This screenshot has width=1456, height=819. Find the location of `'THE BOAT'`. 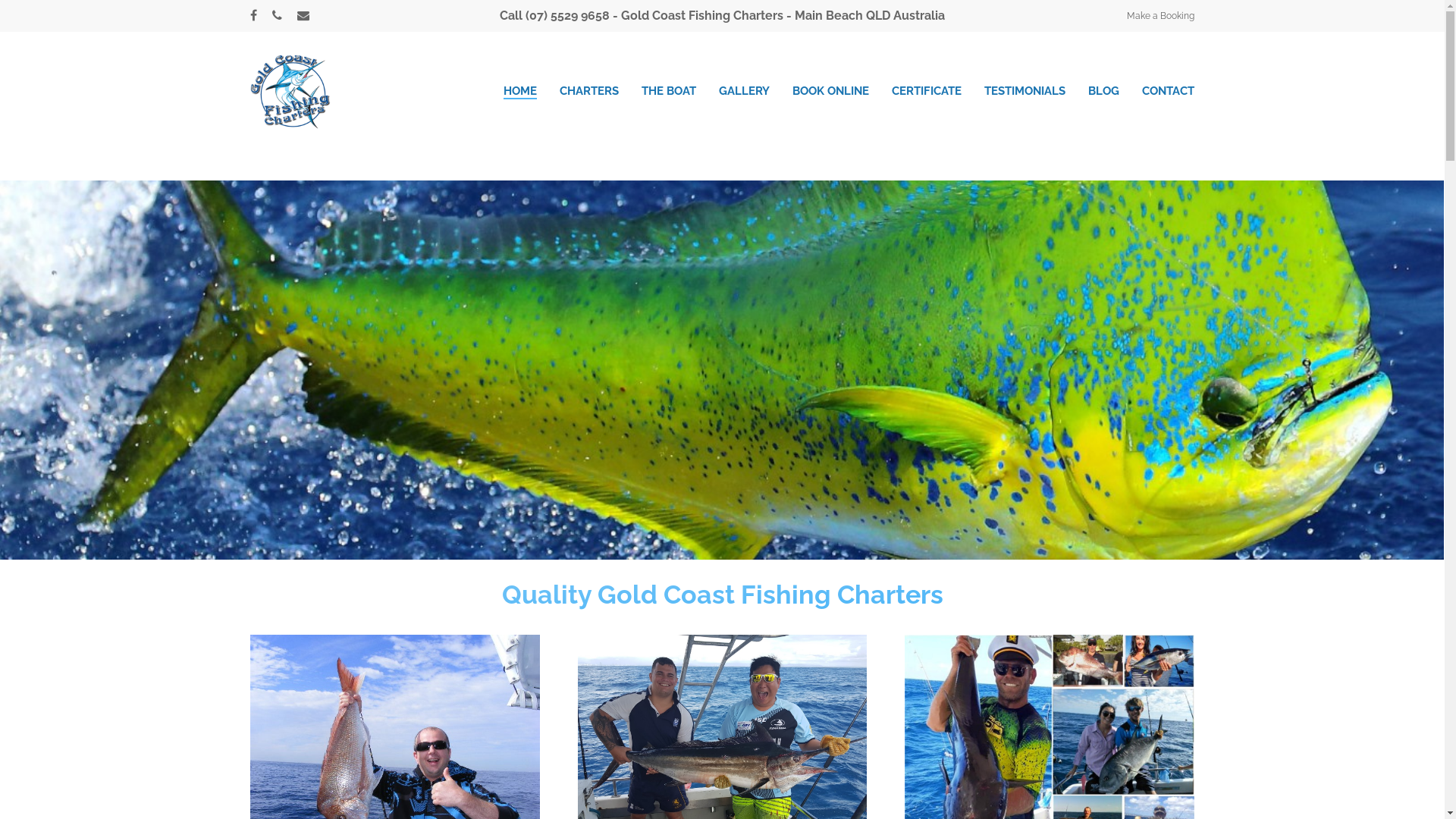

'THE BOAT' is located at coordinates (668, 90).